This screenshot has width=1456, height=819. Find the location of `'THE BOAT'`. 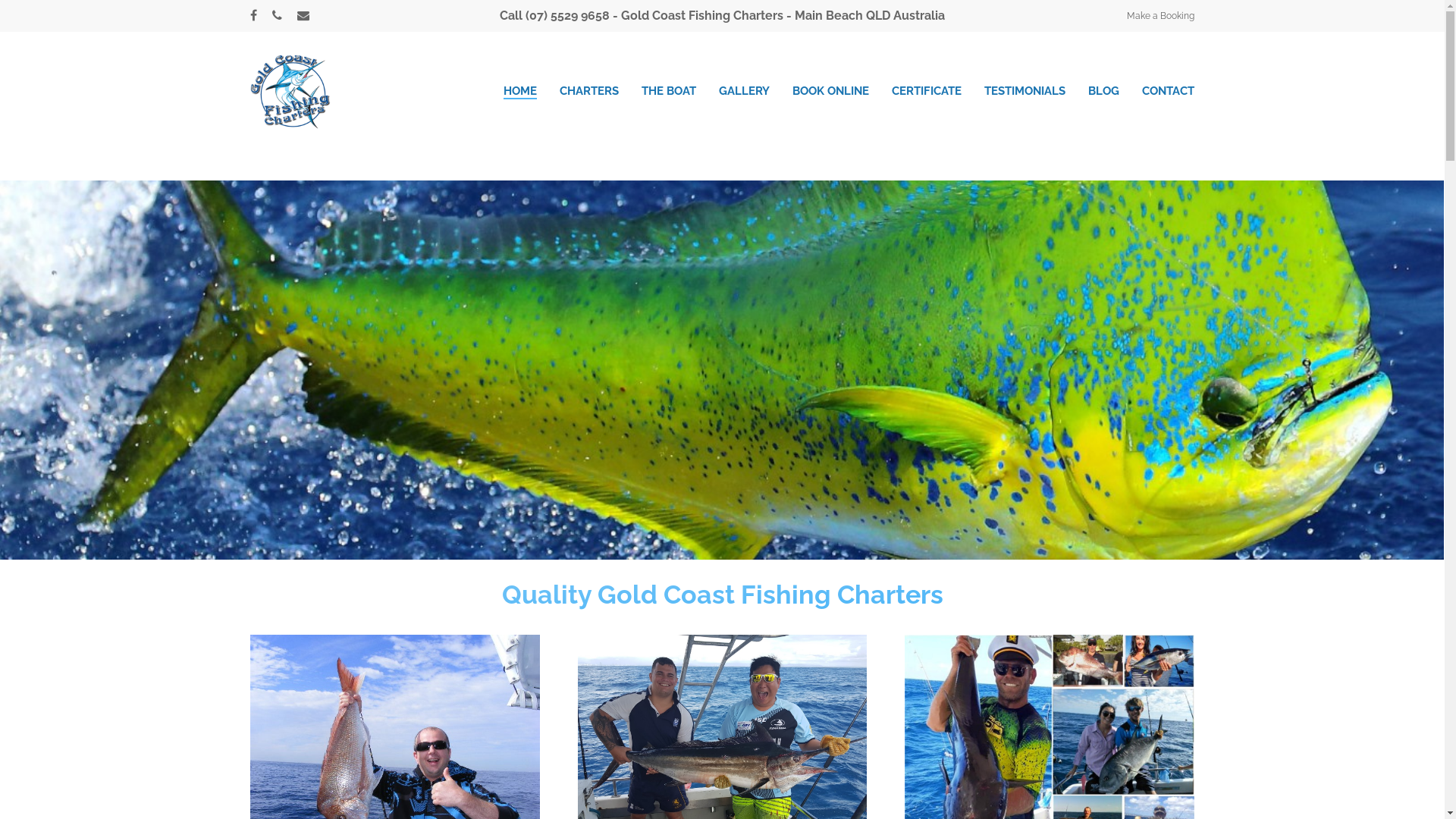

'THE BOAT' is located at coordinates (668, 90).